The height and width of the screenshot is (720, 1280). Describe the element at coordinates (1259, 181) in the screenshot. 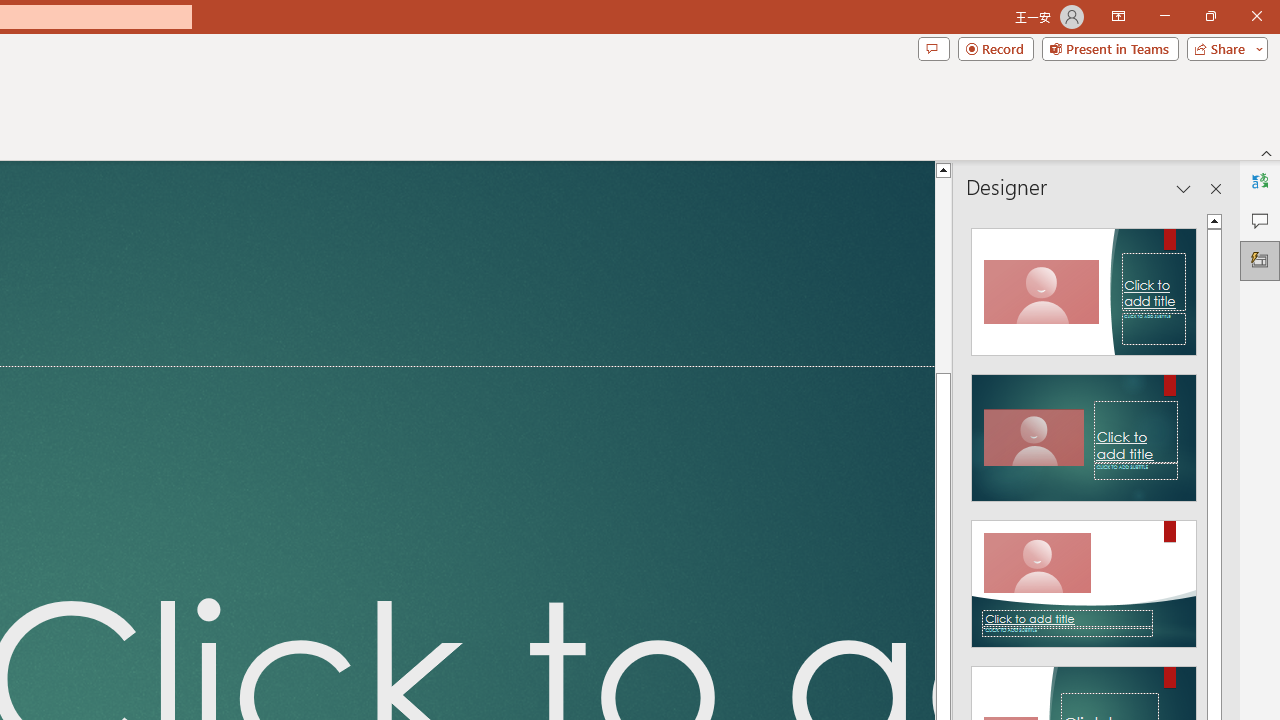

I see `'Translator'` at that location.